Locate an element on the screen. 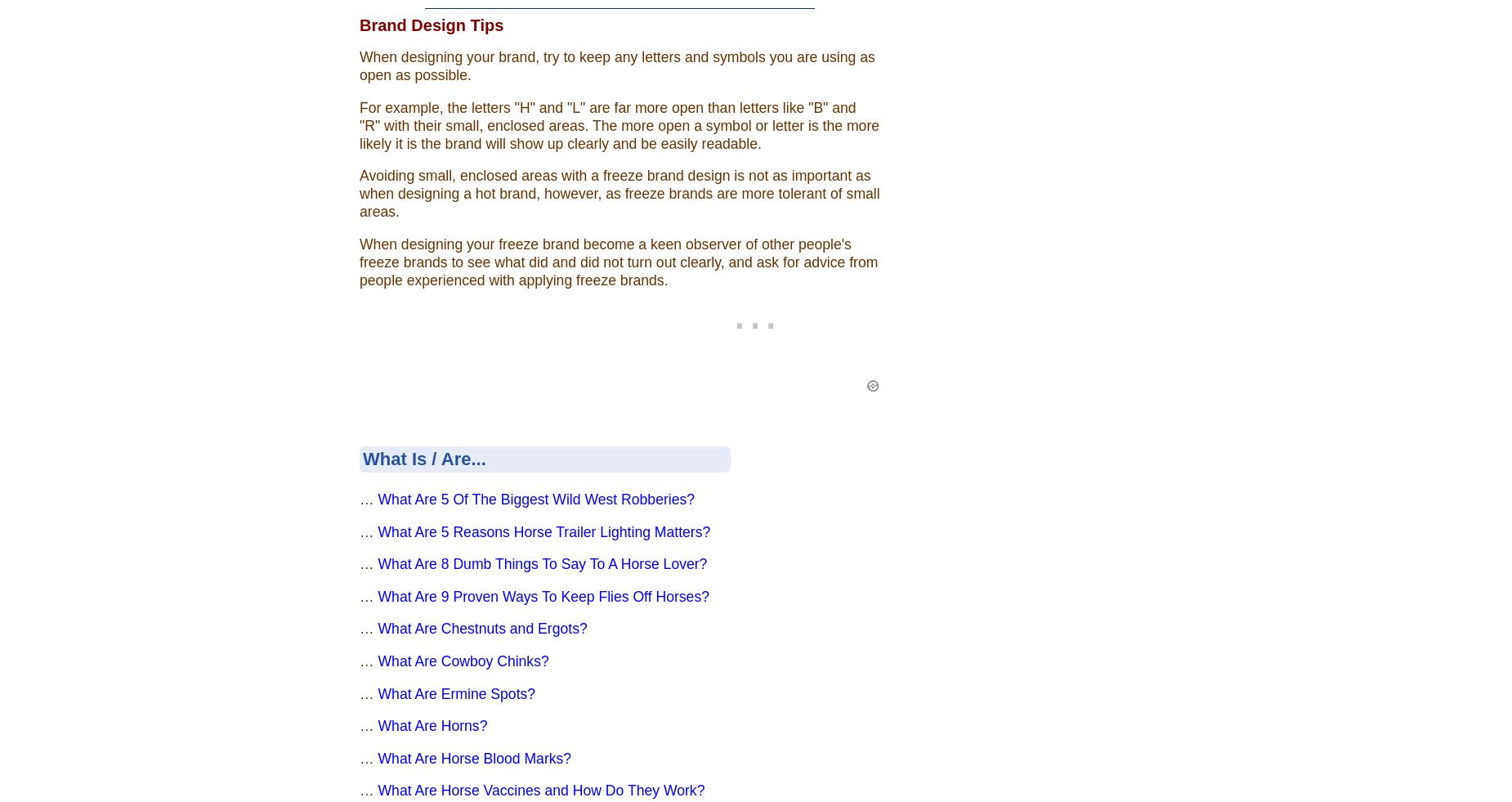 Image resolution: width=1512 pixels, height=802 pixels. 'What Are 5 Reasons Horse Trailer Lighting Matters?' is located at coordinates (544, 531).